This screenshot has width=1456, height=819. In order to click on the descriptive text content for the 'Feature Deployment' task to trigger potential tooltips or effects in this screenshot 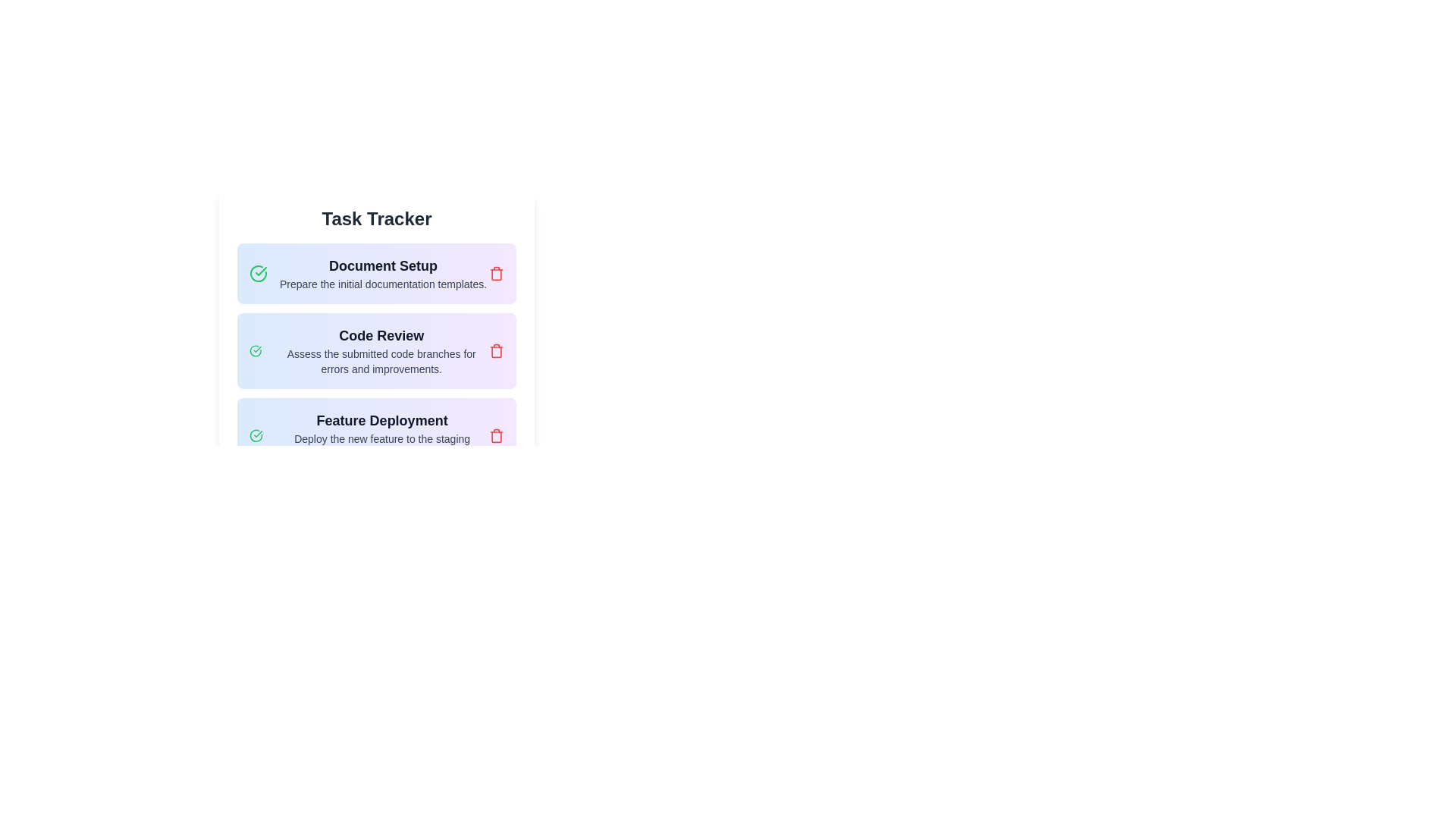, I will do `click(382, 446)`.